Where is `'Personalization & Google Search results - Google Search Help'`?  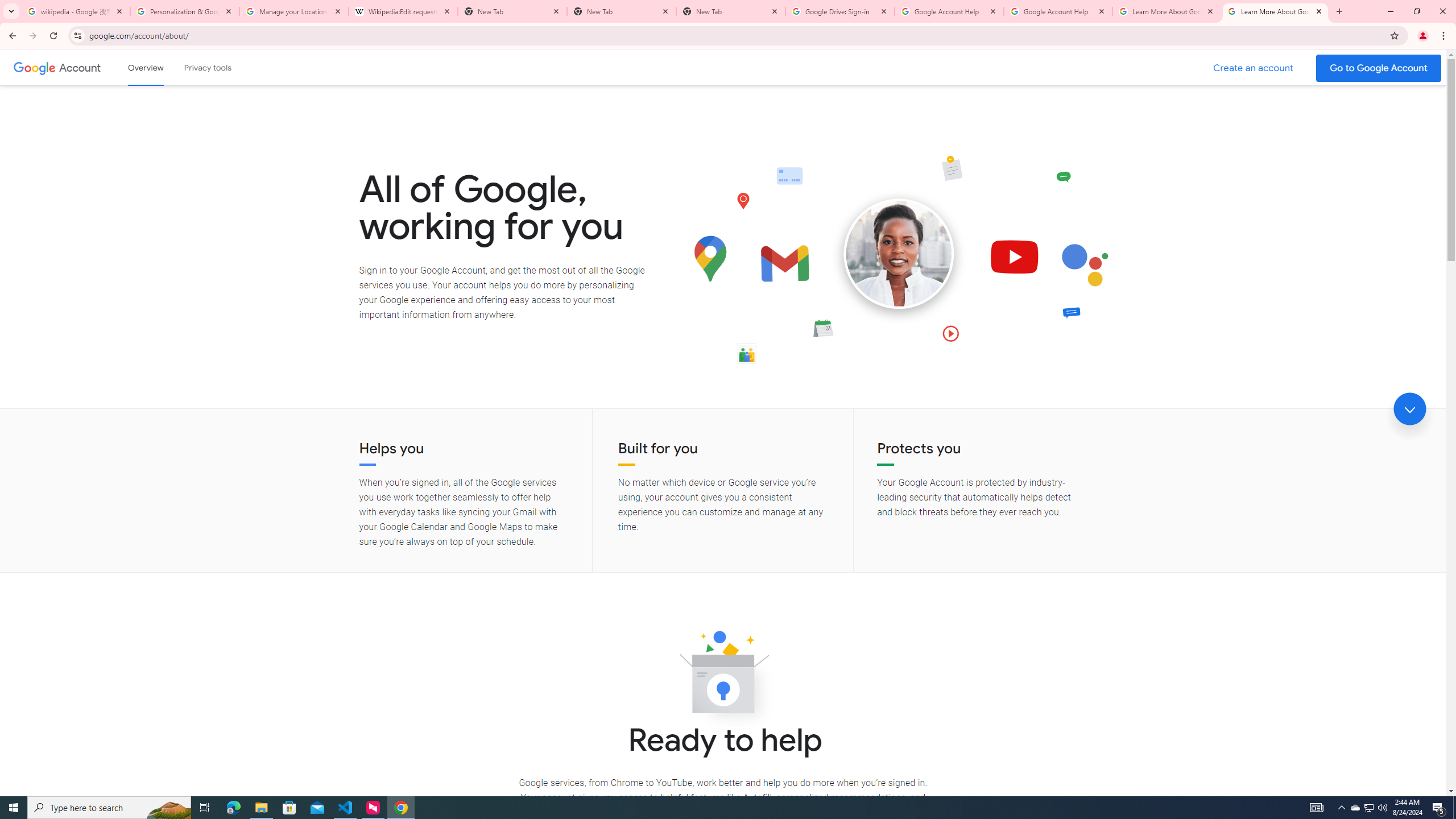
'Personalization & Google Search results - Google Search Help' is located at coordinates (185, 11).